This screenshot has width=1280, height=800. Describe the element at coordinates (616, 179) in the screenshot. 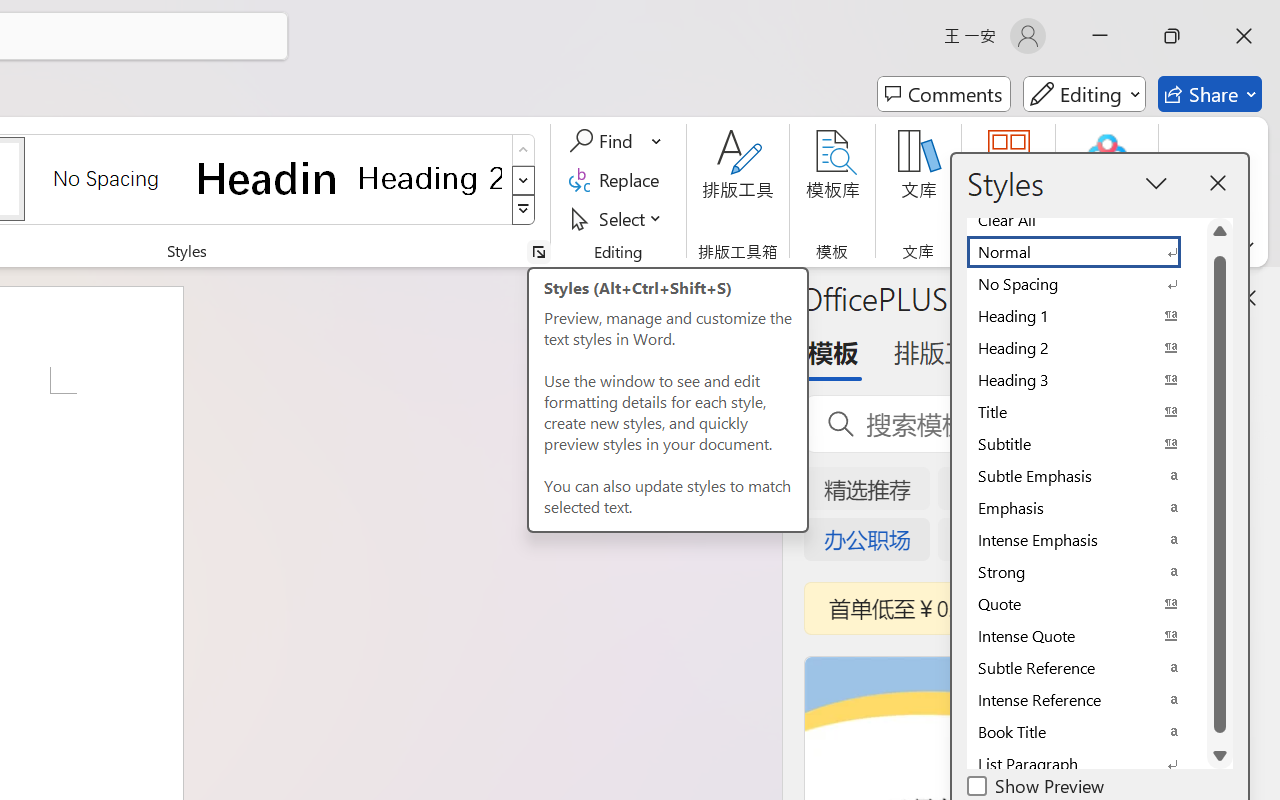

I see `'Replace...'` at that location.